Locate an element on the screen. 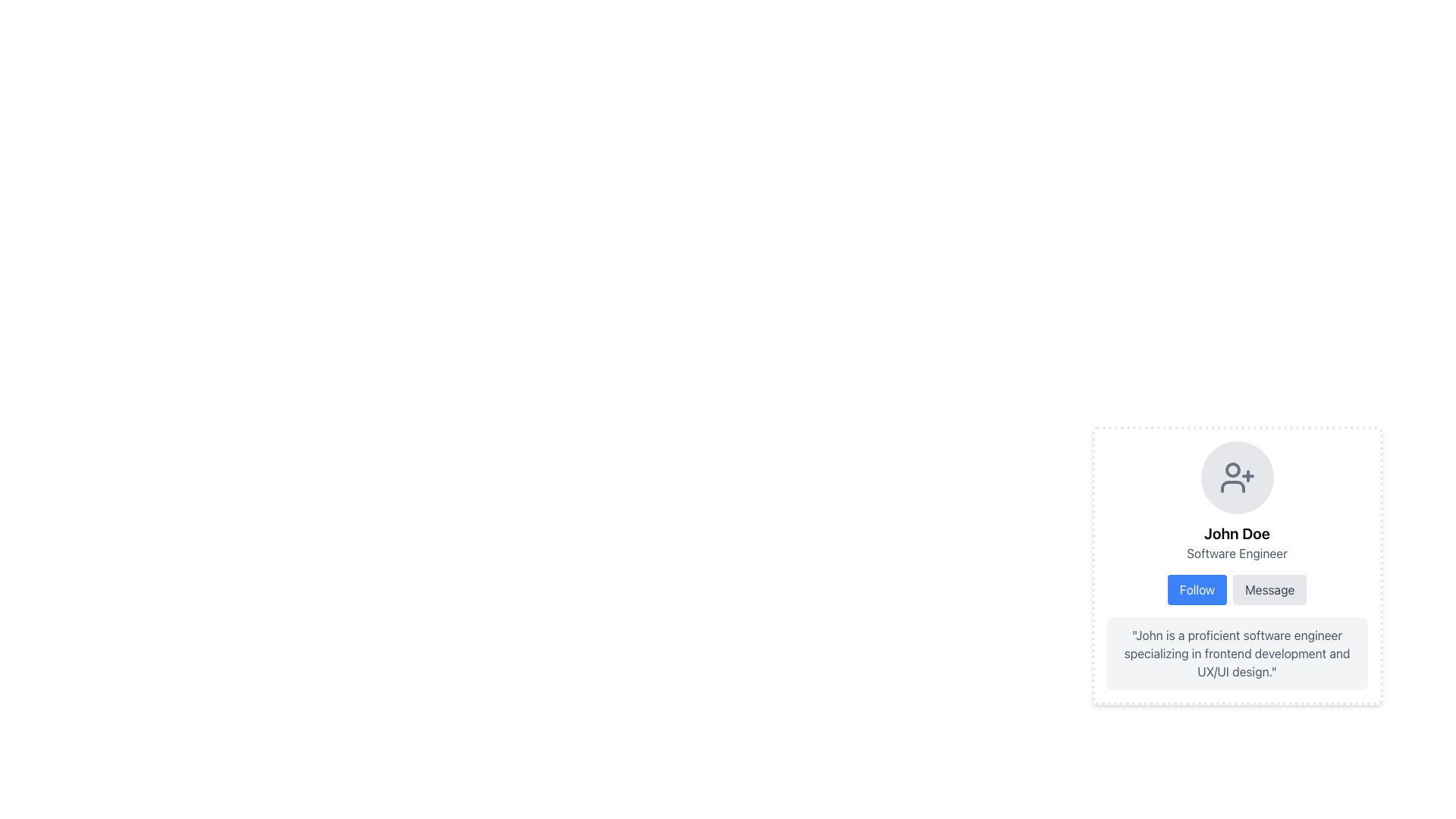 This screenshot has width=1456, height=819. the text block displaying 'John is a proficient software engineer specializing in frontend development and UX/UI design.' located at the bottom of the profile card, beneath the Follow and Message buttons is located at coordinates (1237, 652).